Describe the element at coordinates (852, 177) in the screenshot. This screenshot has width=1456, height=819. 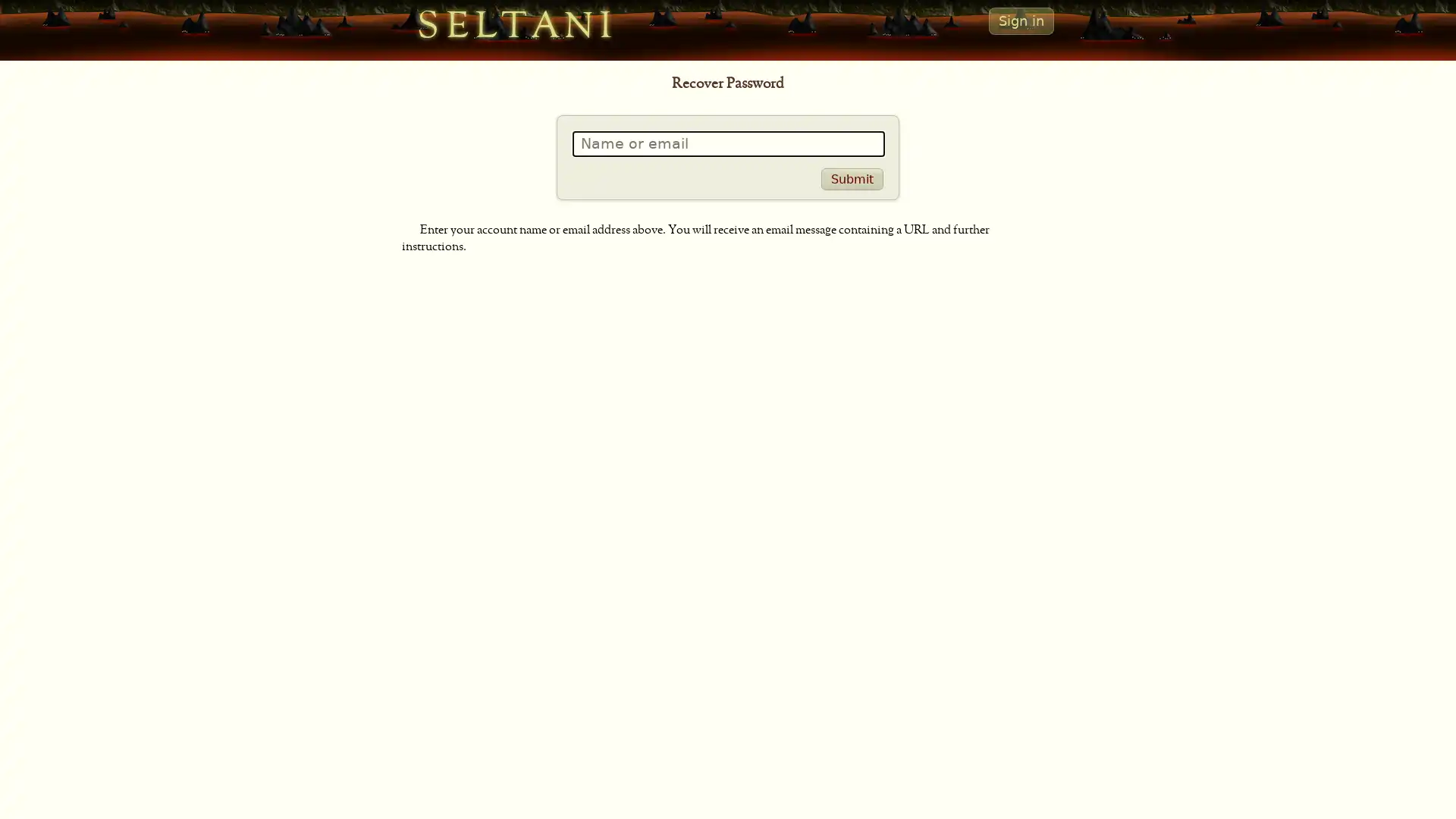
I see `Submit` at that location.